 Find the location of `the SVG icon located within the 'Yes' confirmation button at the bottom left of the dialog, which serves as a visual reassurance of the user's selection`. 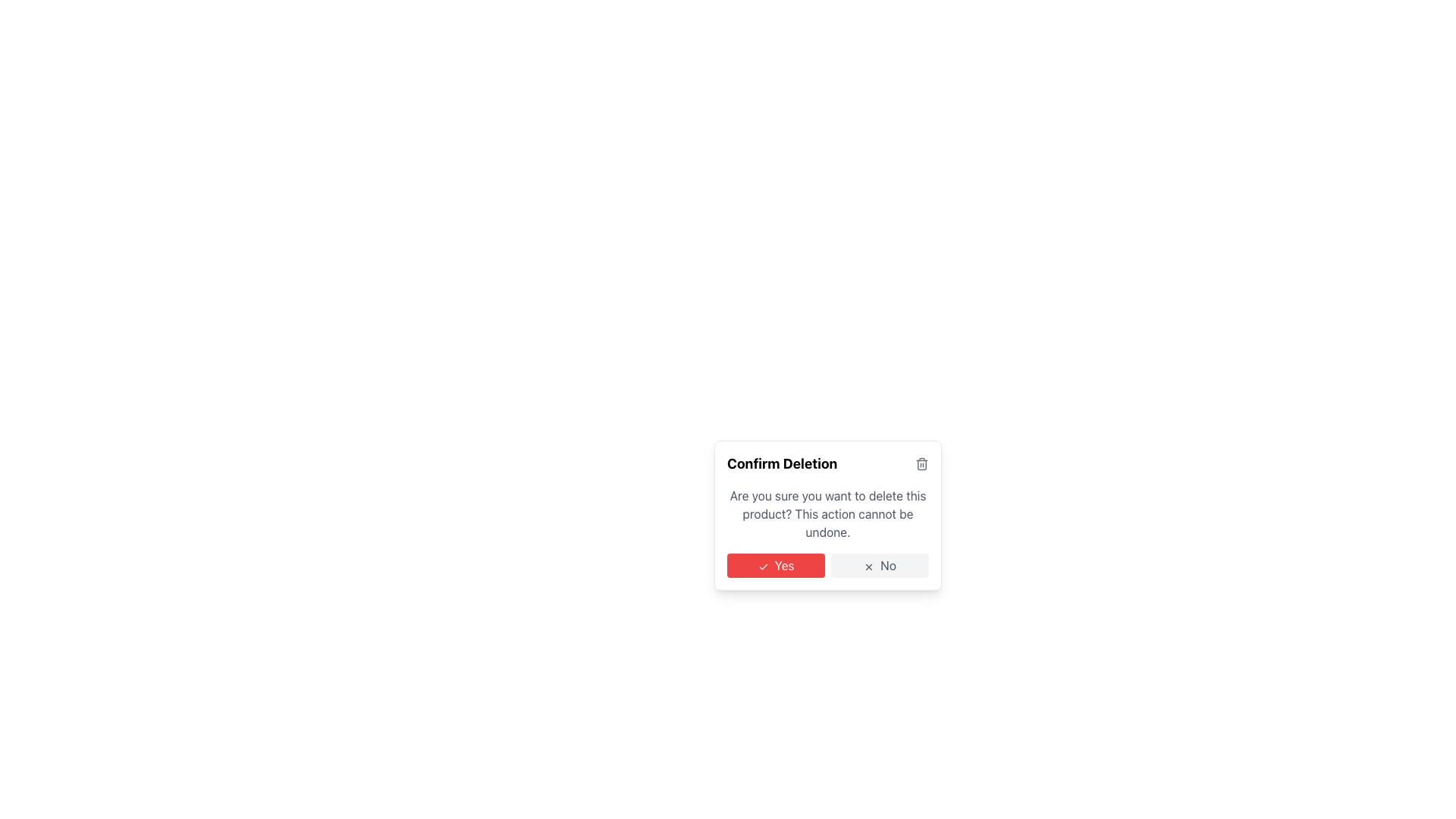

the SVG icon located within the 'Yes' confirmation button at the bottom left of the dialog, which serves as a visual reassurance of the user's selection is located at coordinates (763, 566).